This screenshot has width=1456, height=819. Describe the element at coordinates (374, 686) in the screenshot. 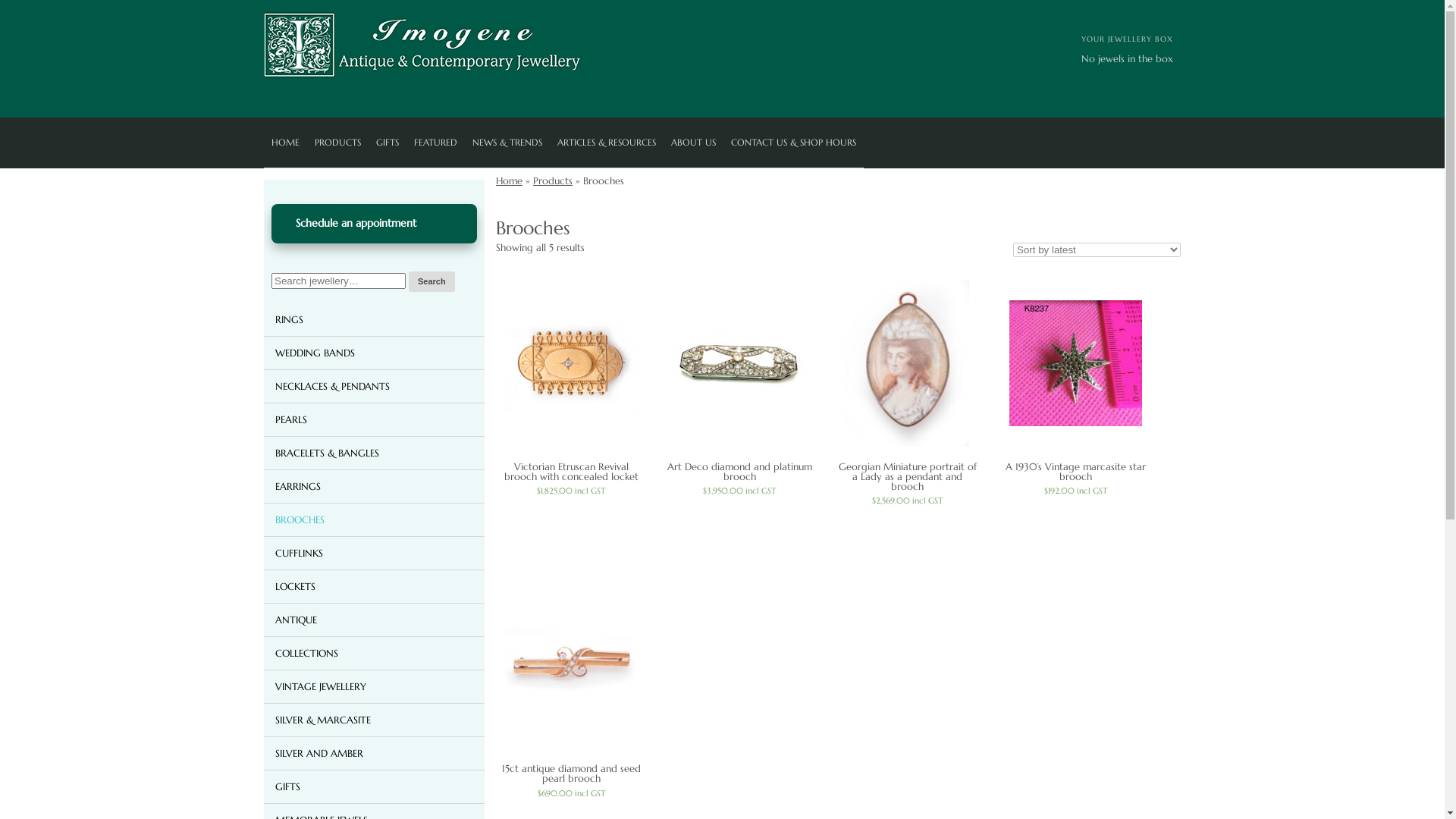

I see `'VINTAGE JEWELLERY'` at that location.